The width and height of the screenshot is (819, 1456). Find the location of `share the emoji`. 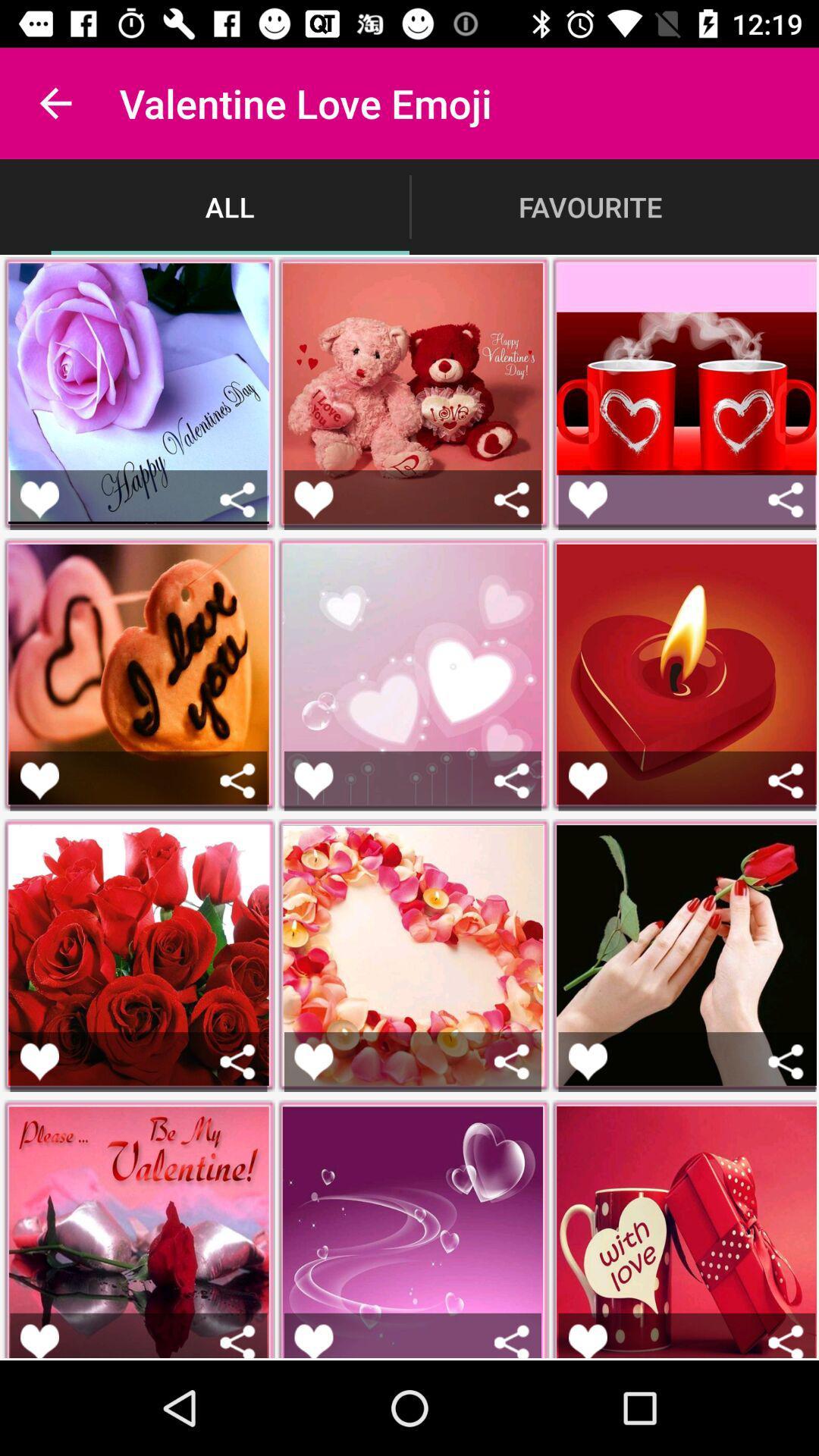

share the emoji is located at coordinates (237, 1061).